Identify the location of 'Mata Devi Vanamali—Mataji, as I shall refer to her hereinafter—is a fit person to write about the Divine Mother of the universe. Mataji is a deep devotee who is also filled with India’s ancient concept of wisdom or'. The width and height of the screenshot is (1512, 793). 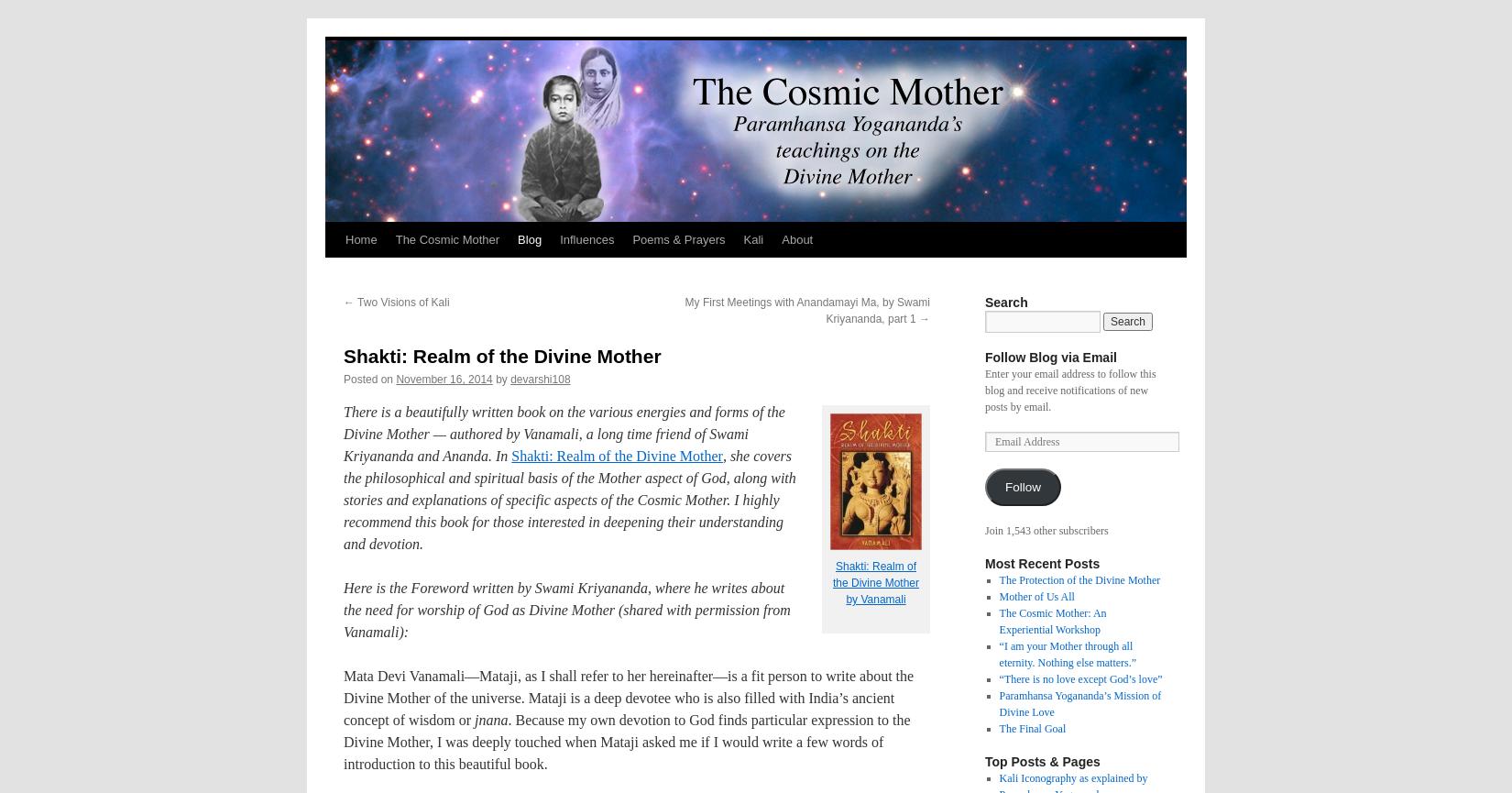
(628, 697).